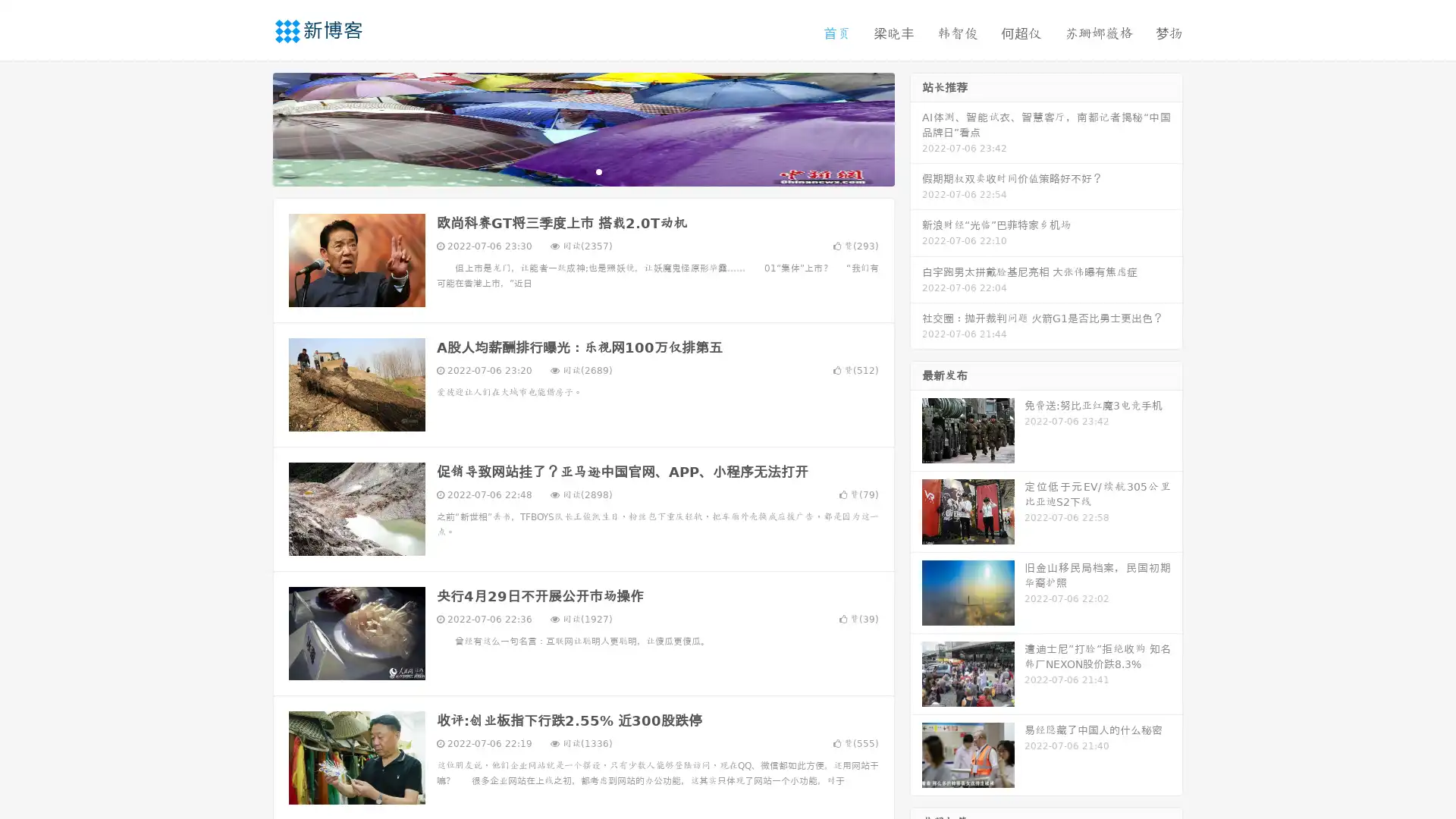 Image resolution: width=1456 pixels, height=819 pixels. What do you see at coordinates (598, 171) in the screenshot?
I see `Go to slide 3` at bounding box center [598, 171].